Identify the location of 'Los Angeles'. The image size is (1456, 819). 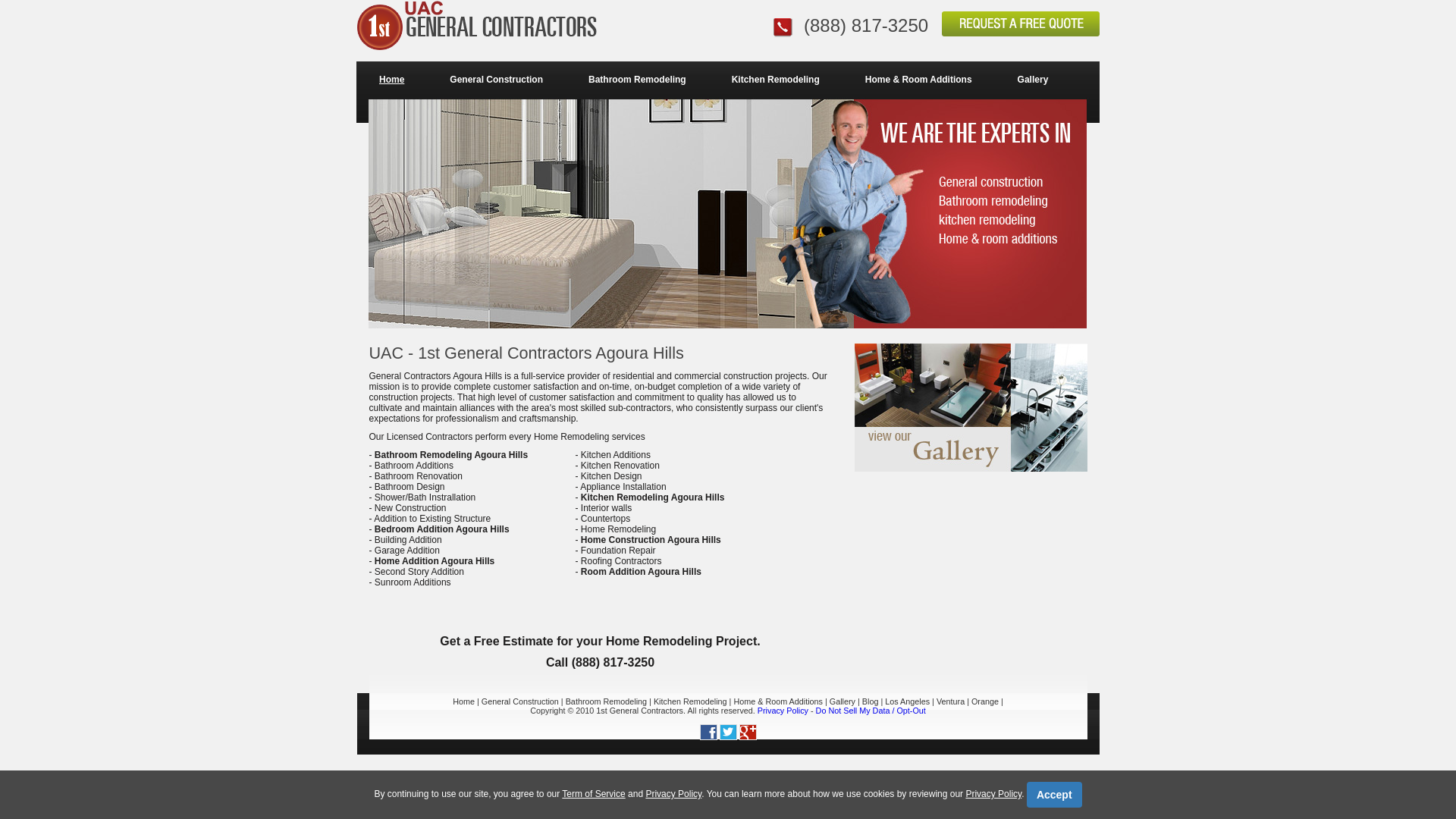
(907, 701).